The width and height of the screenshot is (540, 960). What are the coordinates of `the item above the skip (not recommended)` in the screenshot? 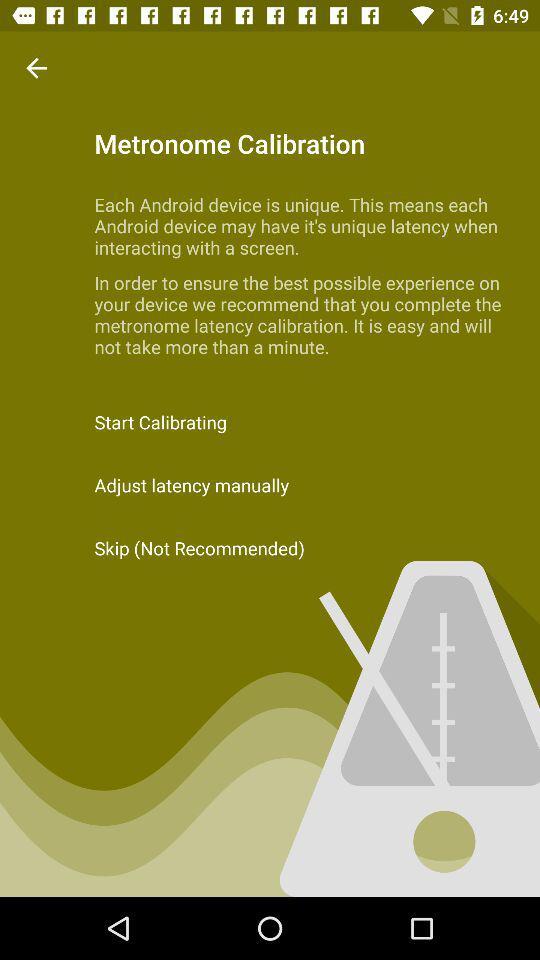 It's located at (270, 484).